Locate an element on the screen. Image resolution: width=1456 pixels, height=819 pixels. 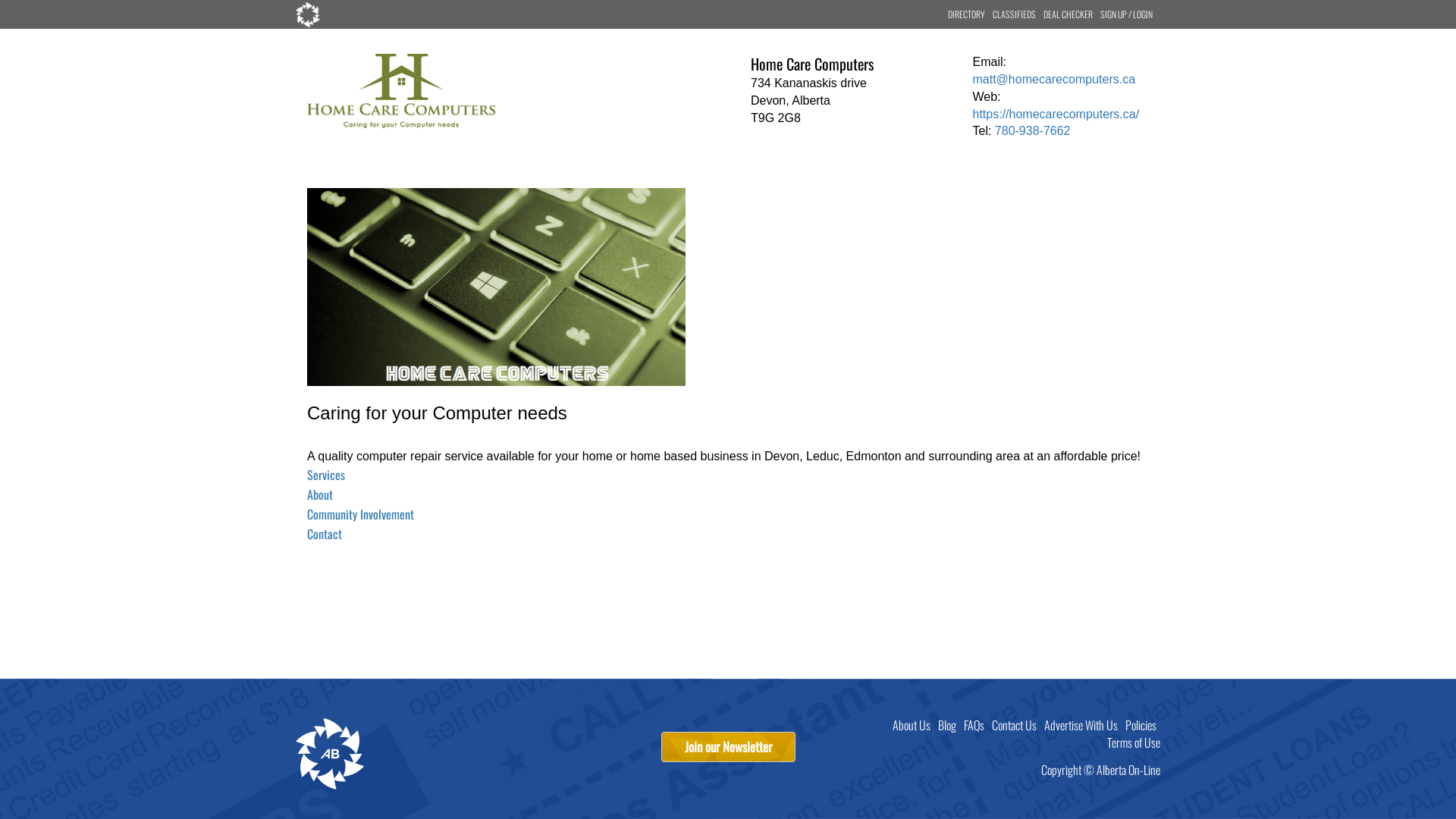
'SIGN UP / LOGIN' is located at coordinates (1126, 14).